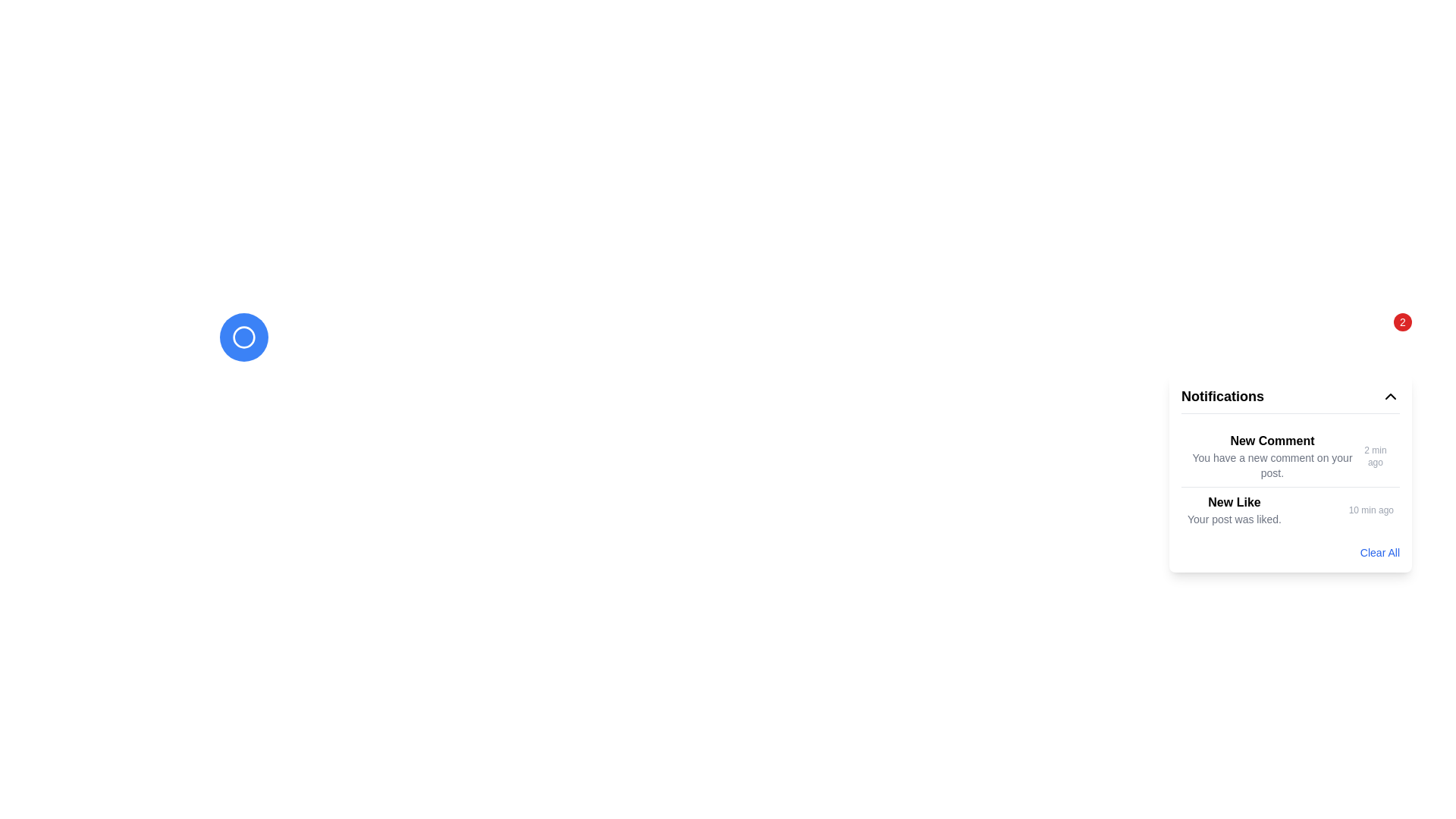  What do you see at coordinates (1376, 455) in the screenshot?
I see `timestamp text located in the top-right corner of the notification entry titled 'New Comment', which is adjacent to the heading text of the notification` at bounding box center [1376, 455].